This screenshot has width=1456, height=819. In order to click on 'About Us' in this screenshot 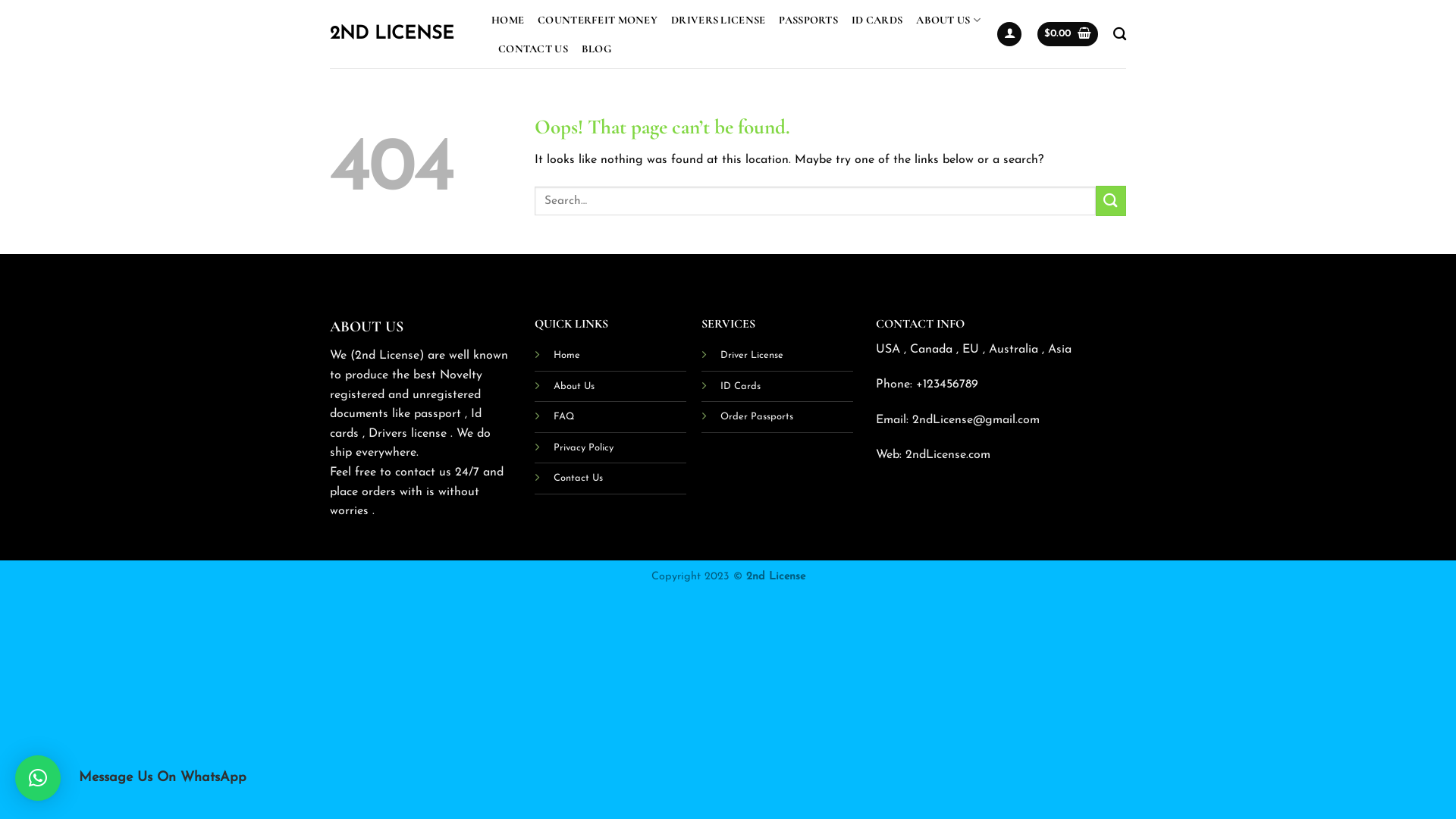, I will do `click(552, 385)`.